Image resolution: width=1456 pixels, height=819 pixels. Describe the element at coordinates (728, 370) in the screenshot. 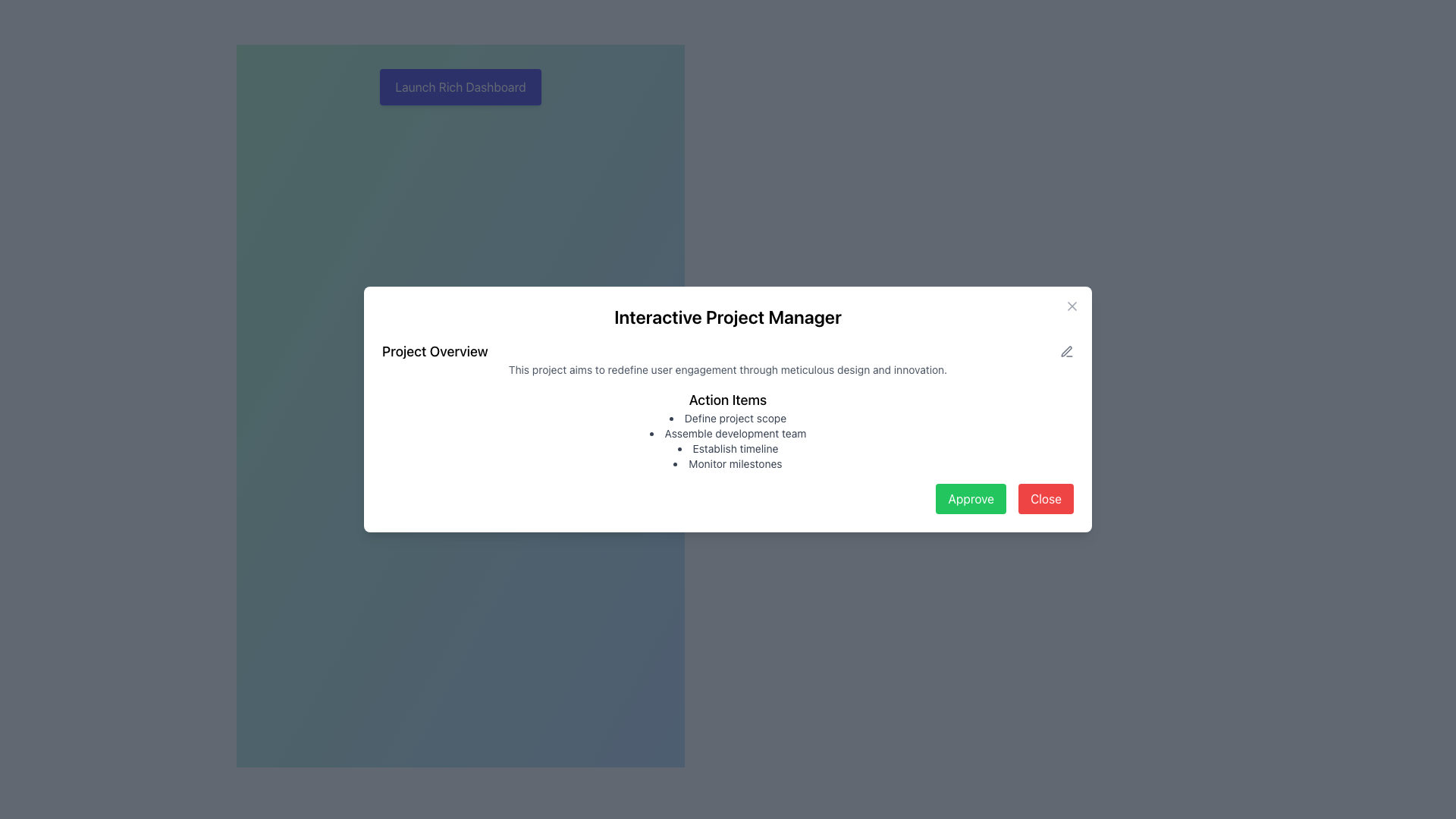

I see `the explanatory text located below the 'Project Overview' title in the modal dialog, which is styled in a smaller gray font` at that location.